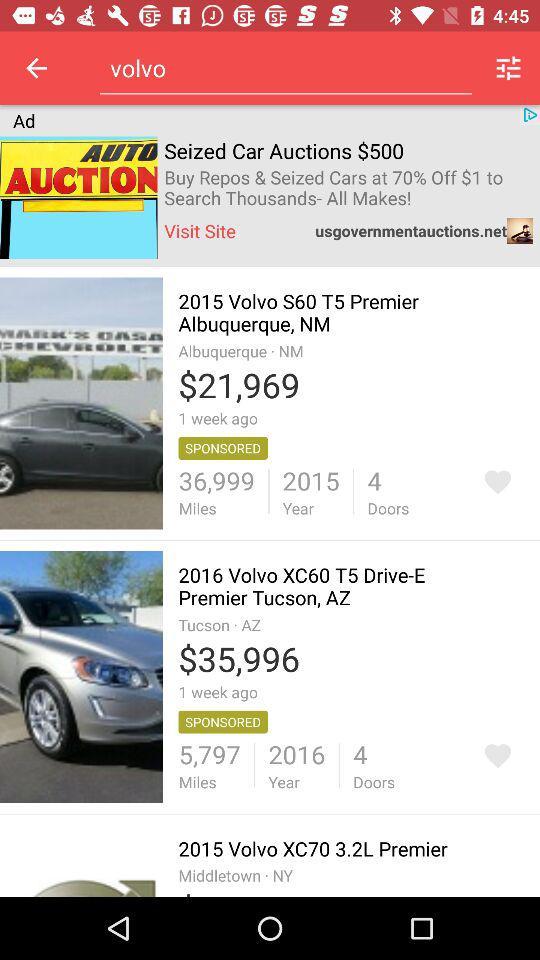 The image size is (540, 960). I want to click on to favorites, so click(496, 755).